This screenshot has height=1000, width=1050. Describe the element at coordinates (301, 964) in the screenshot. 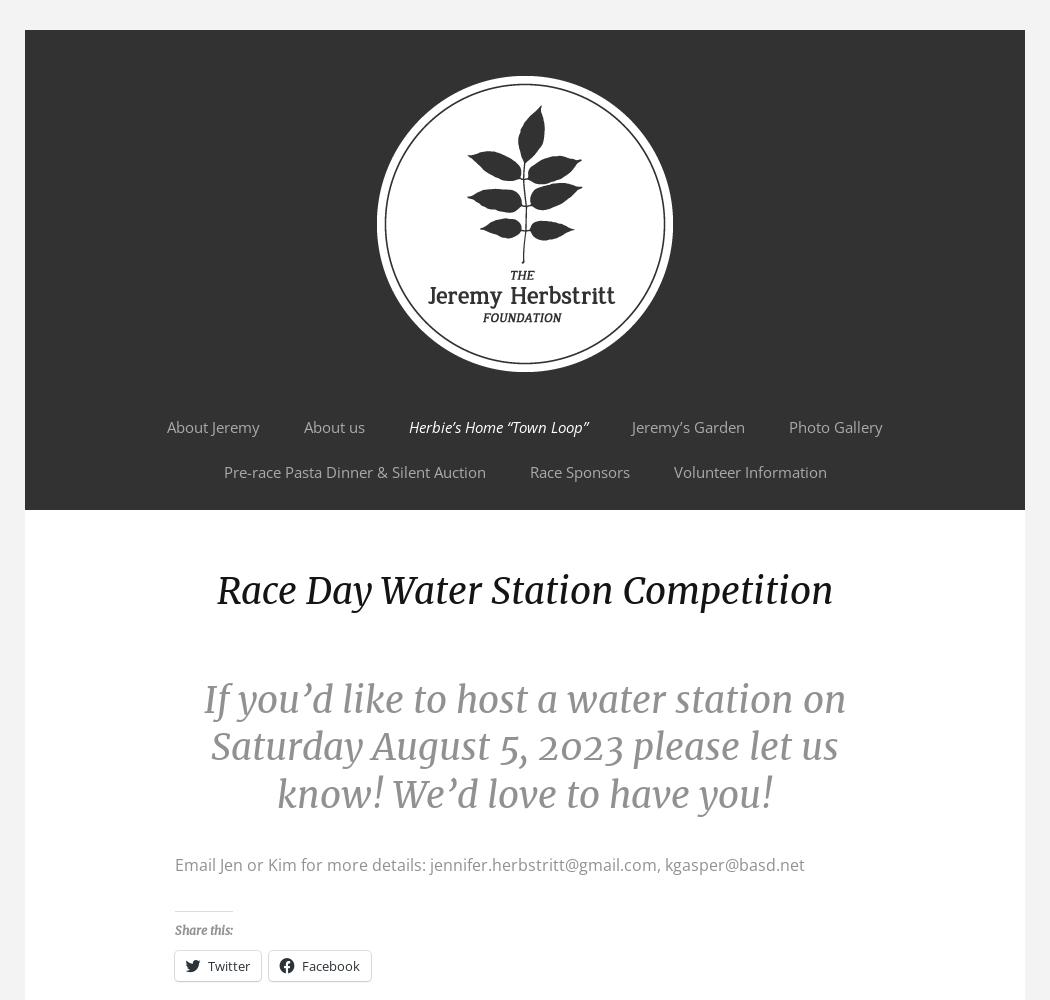

I see `'Facebook'` at that location.